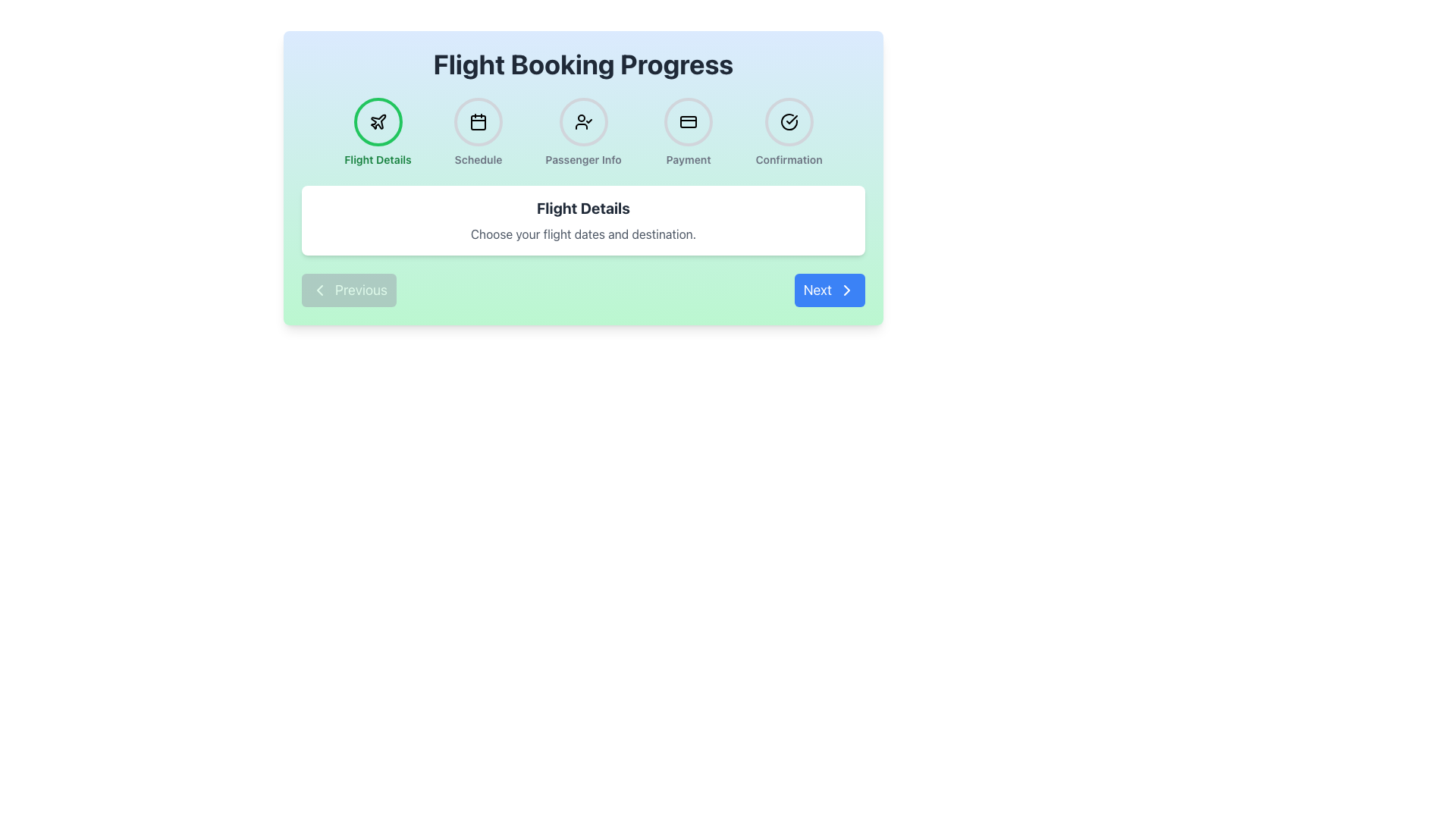 The height and width of the screenshot is (819, 1456). Describe the element at coordinates (582, 160) in the screenshot. I see `the 'Passenger Info' text label, which indicates the current step in the flight booking process, located at the top-center of the interface beneath the user icon with a checkmark` at that location.